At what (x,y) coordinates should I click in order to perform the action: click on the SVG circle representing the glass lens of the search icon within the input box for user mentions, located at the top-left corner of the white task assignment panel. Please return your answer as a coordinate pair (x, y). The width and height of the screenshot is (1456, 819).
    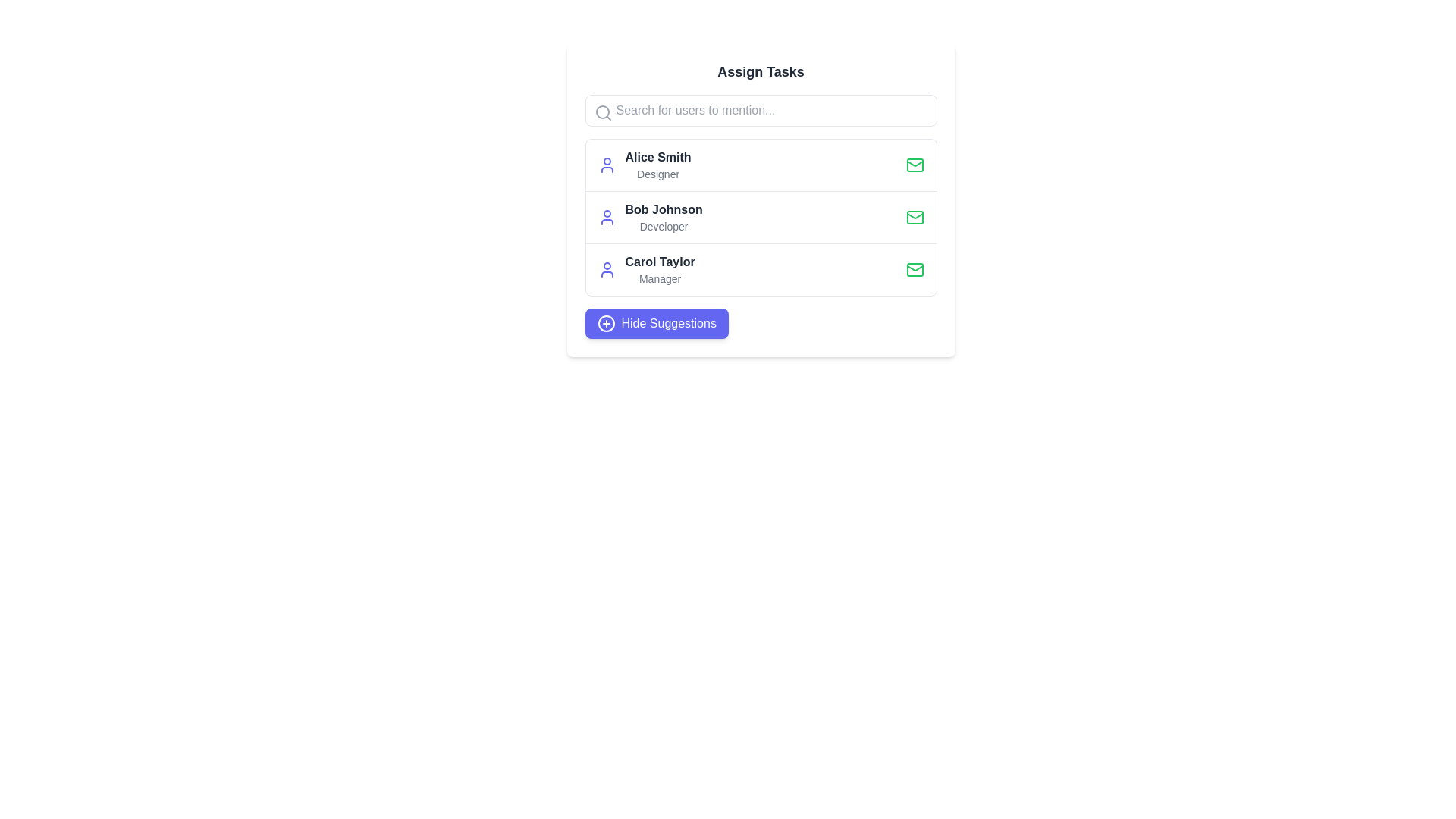
    Looking at the image, I should click on (601, 111).